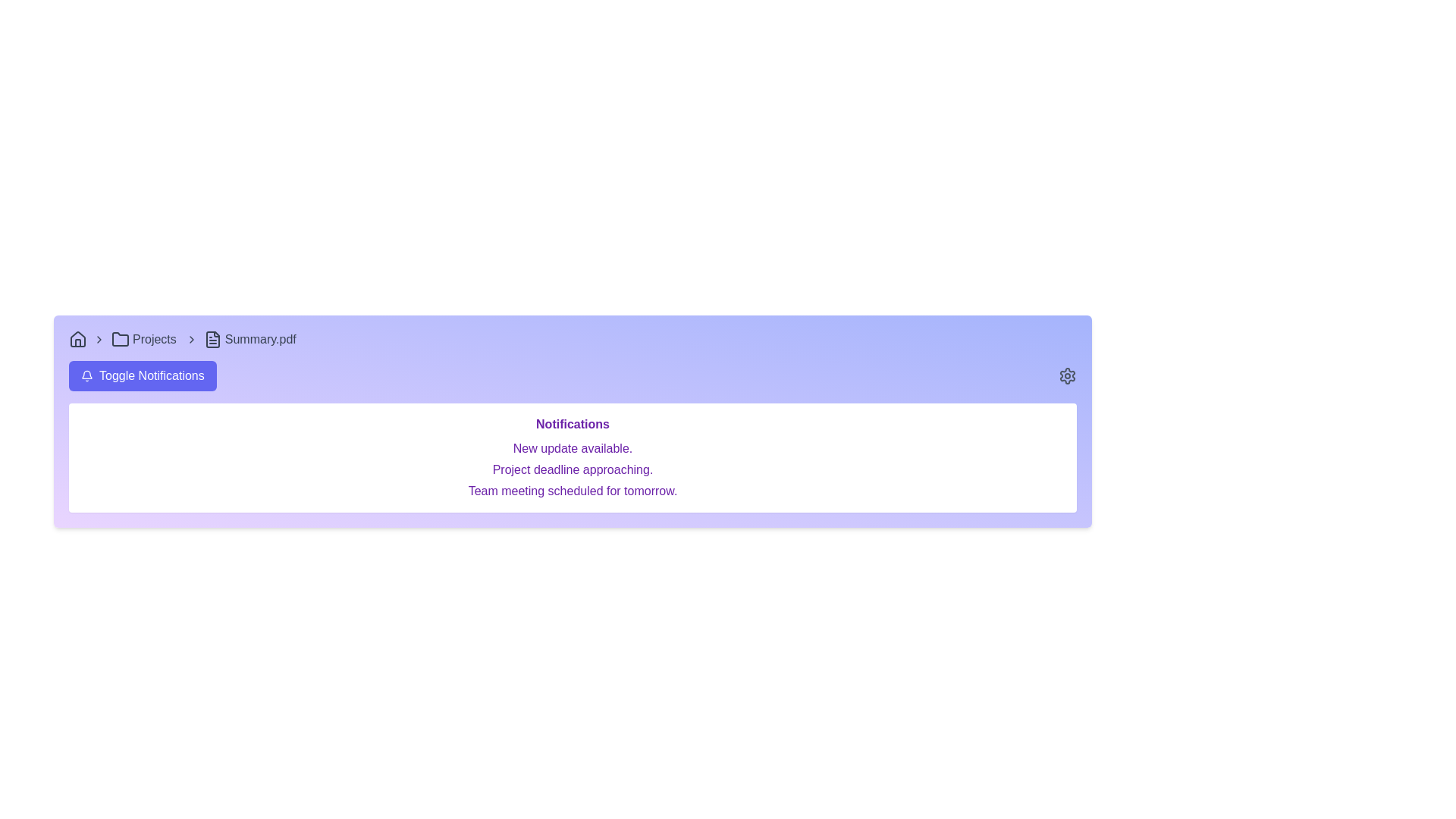 The width and height of the screenshot is (1456, 819). I want to click on the door component of the house icon in the SVG graphic, so click(77, 343).